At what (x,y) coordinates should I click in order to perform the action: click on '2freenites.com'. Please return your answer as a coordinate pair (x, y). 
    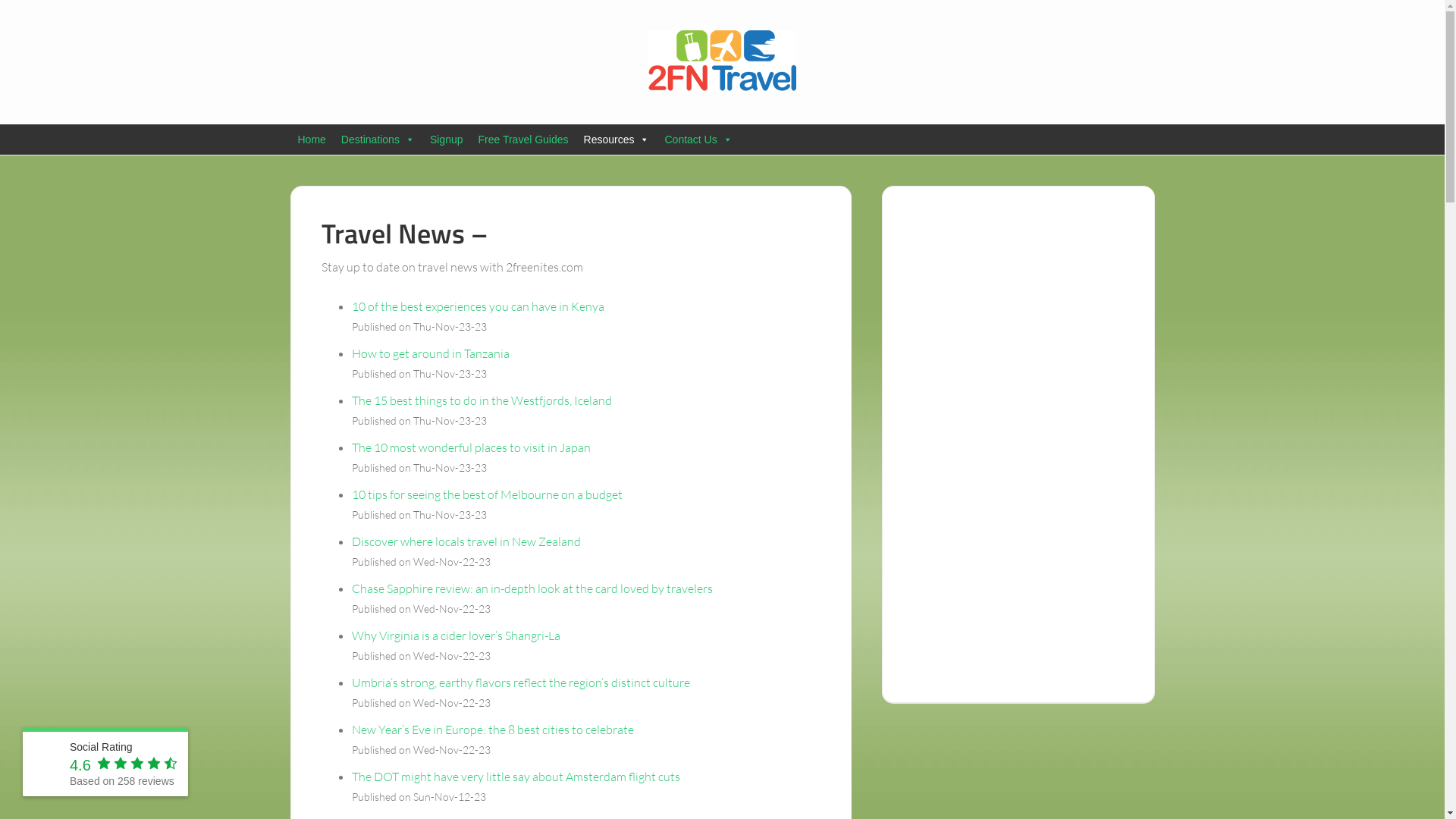
    Looking at the image, I should click on (720, 60).